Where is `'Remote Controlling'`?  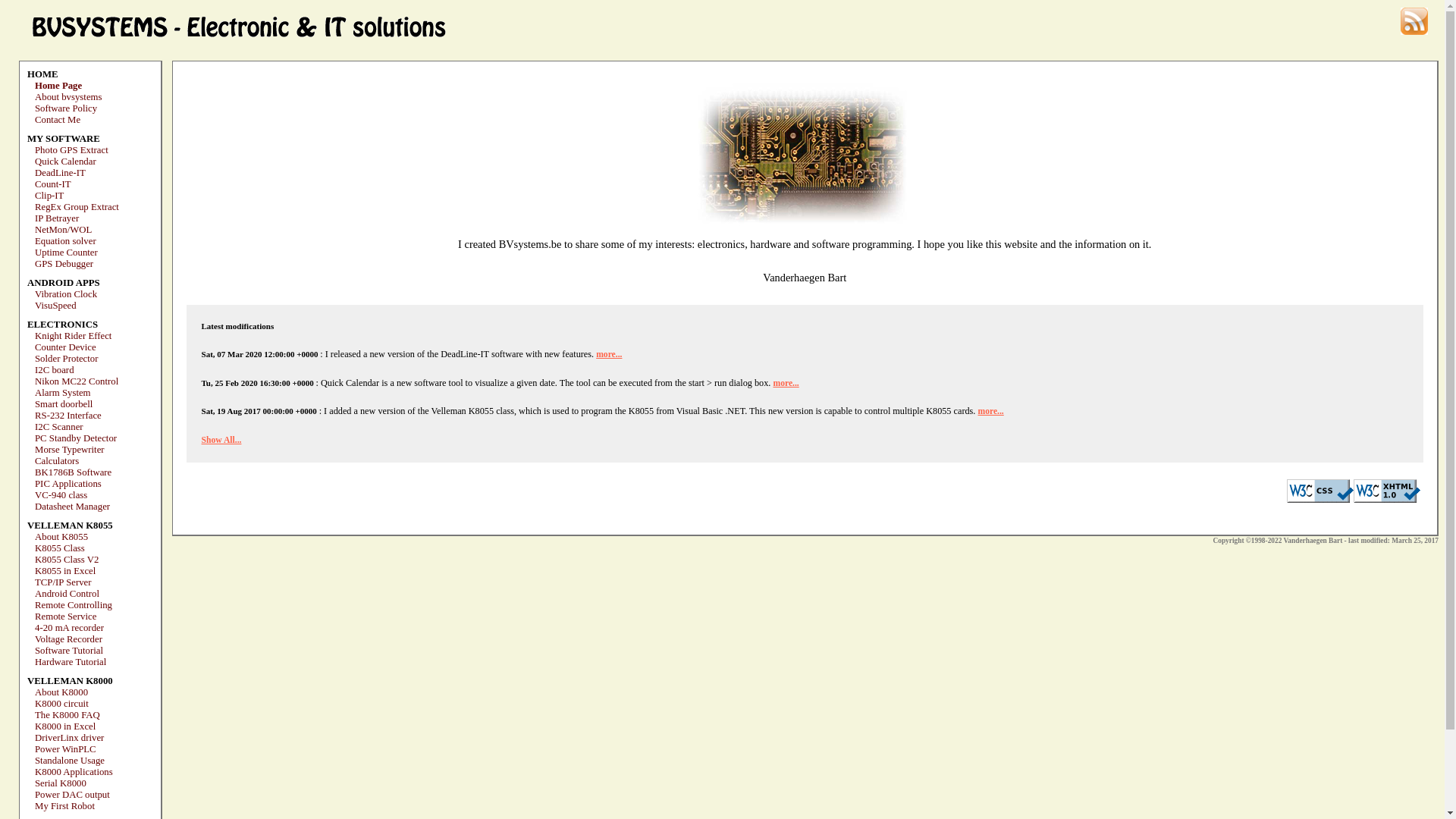
'Remote Controlling' is located at coordinates (72, 604).